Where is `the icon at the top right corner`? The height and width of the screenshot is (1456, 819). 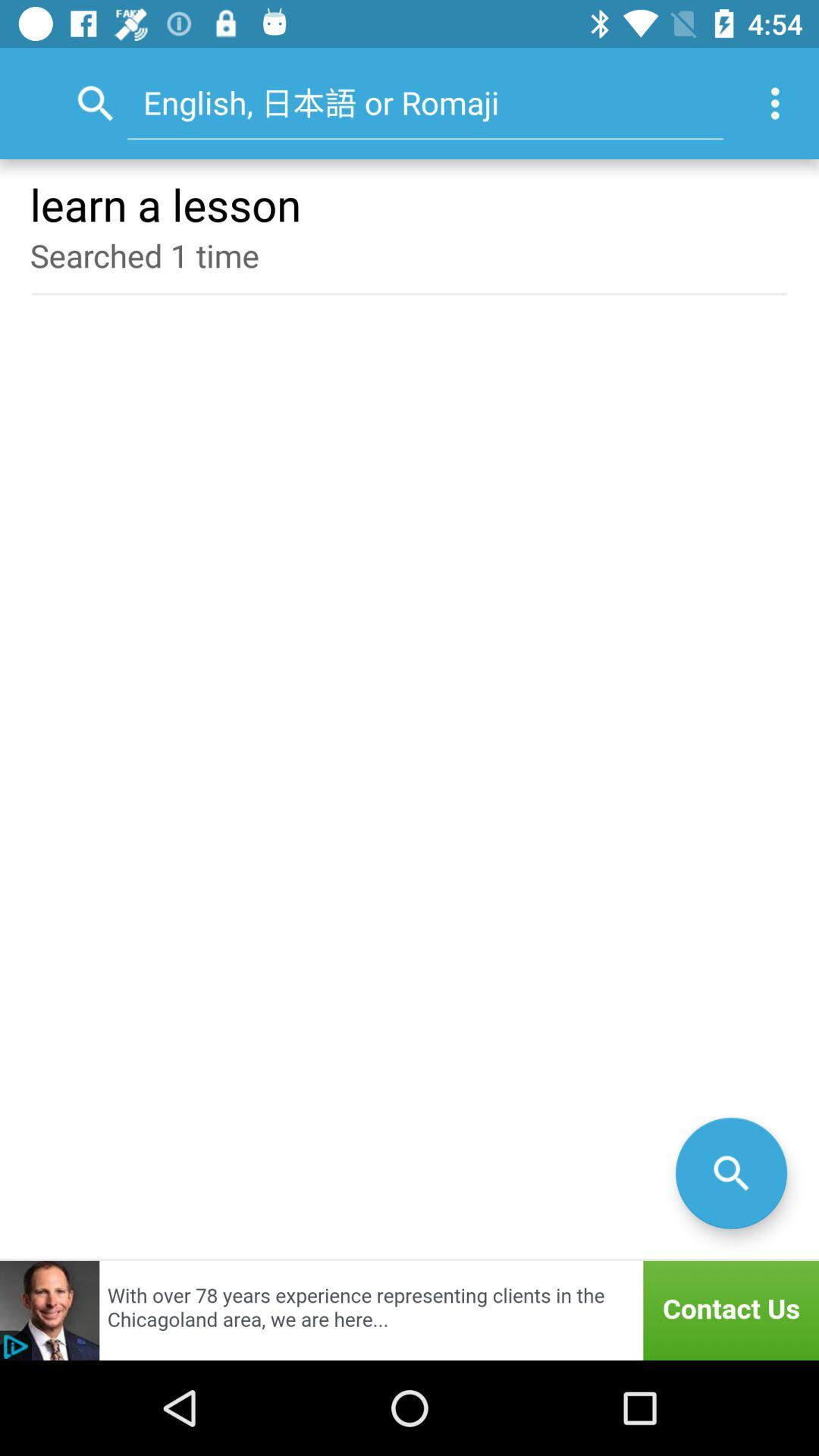 the icon at the top right corner is located at coordinates (779, 102).